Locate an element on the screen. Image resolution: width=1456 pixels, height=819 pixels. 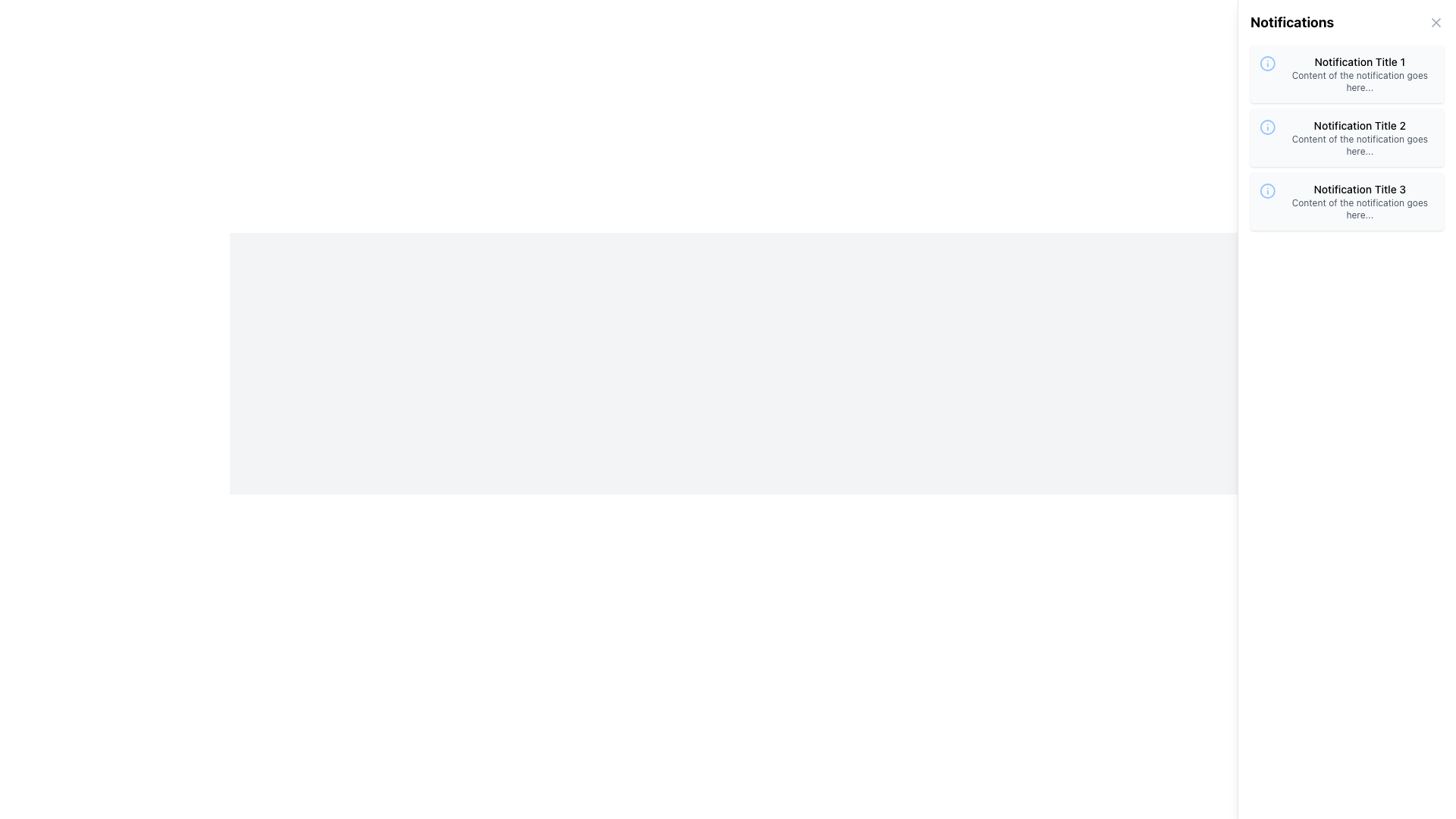
the first notification card located in the right-side panel labeled 'Notifications' is located at coordinates (1347, 74).